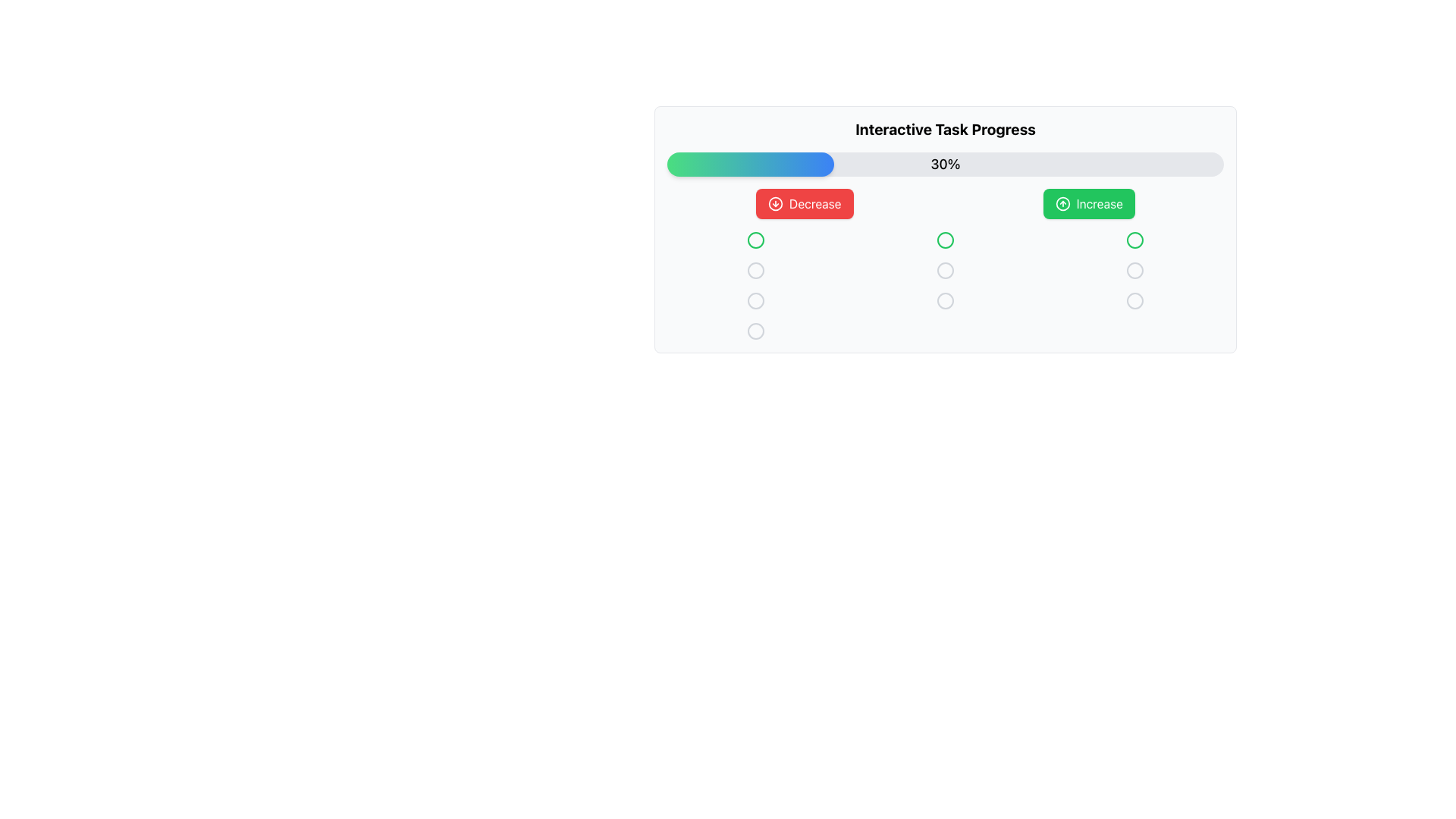  I want to click on the Decorative icon within the 'Increase' button, which features a circular design with an upward-pointing arrow, located on the right side of the 'Interactive Task Progress' section, so click(1062, 203).